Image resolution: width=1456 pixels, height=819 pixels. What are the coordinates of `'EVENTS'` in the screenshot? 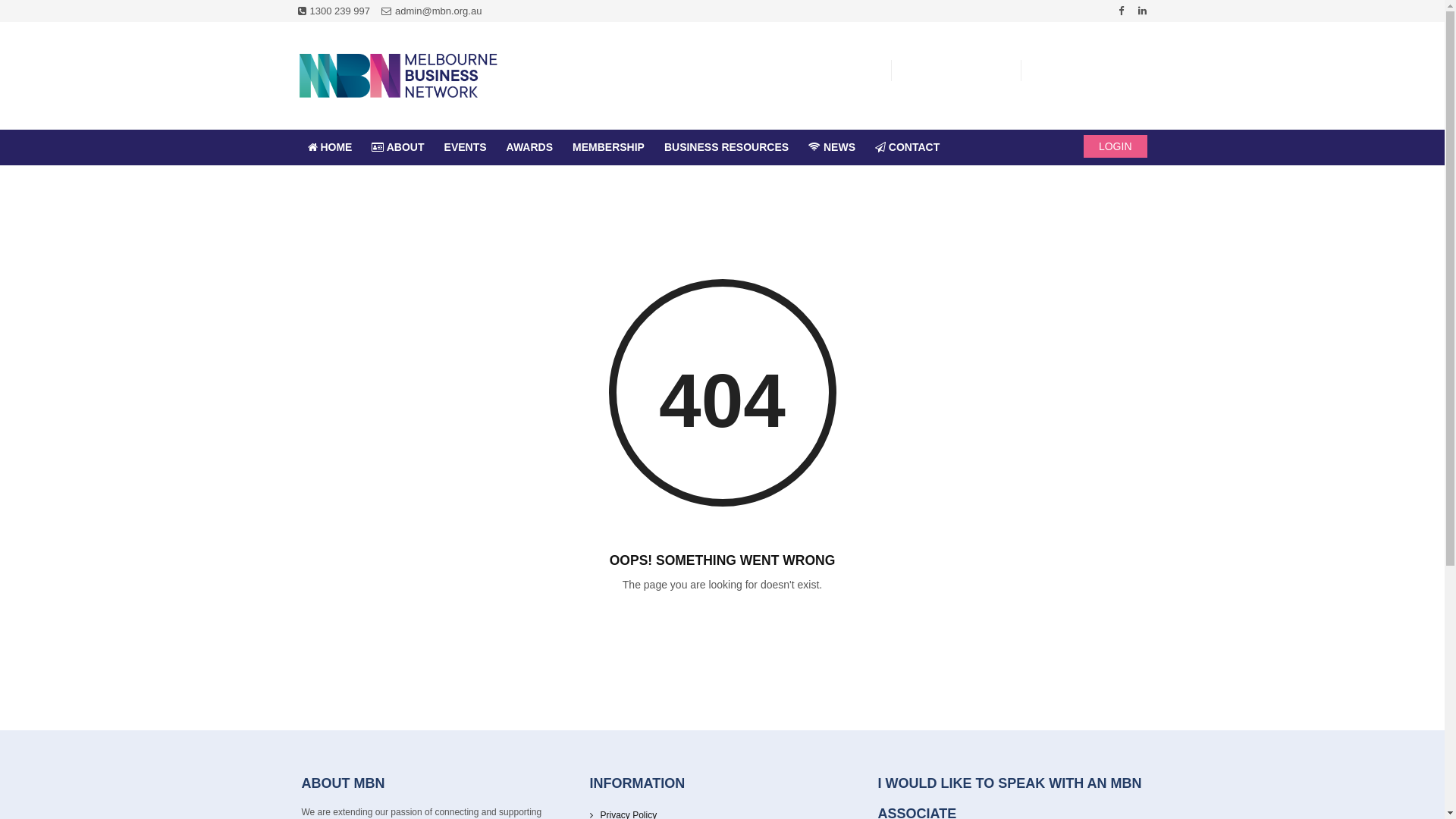 It's located at (465, 147).